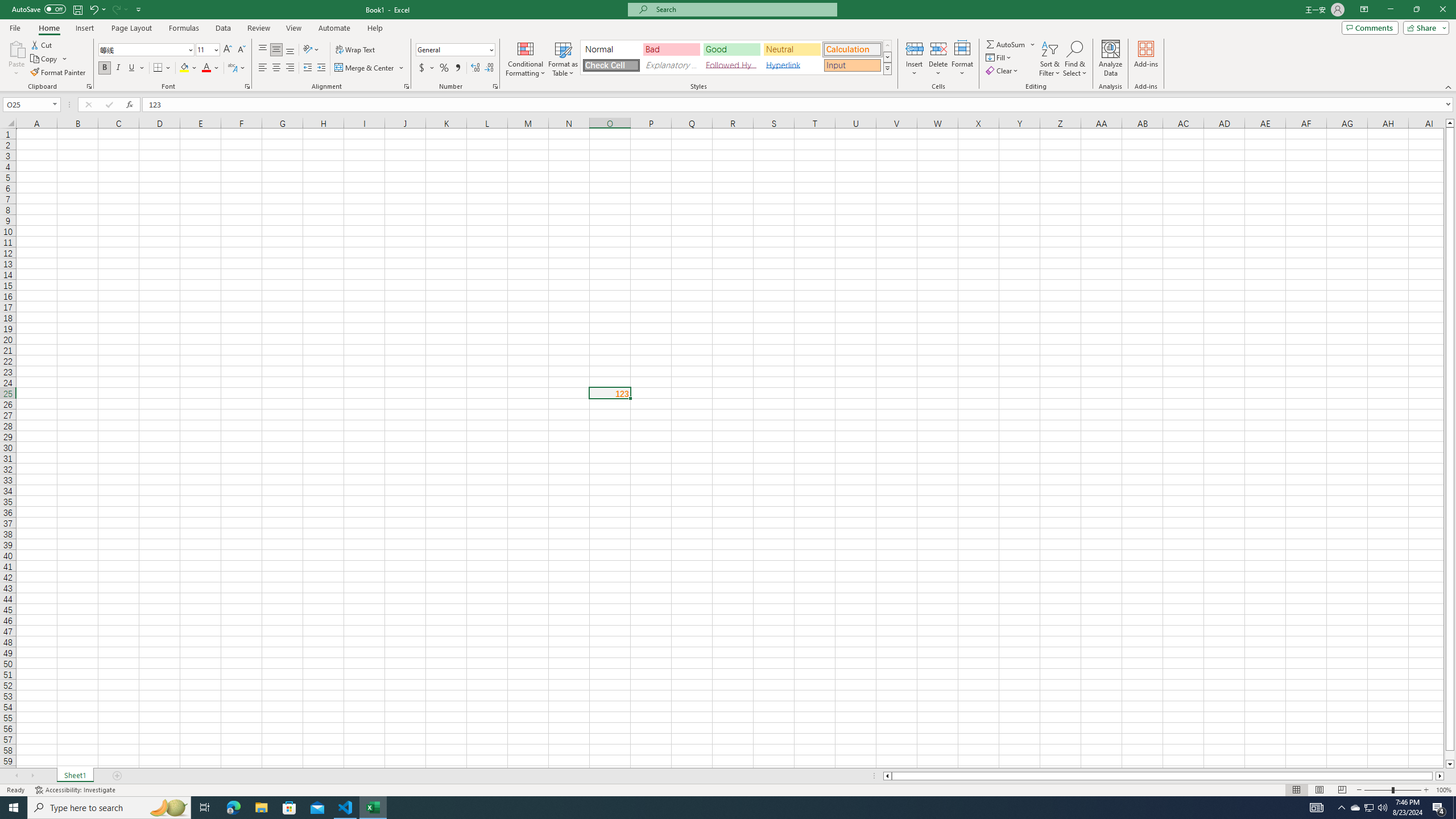 The width and height of the screenshot is (1456, 819). What do you see at coordinates (443, 67) in the screenshot?
I see `'Percent Style'` at bounding box center [443, 67].